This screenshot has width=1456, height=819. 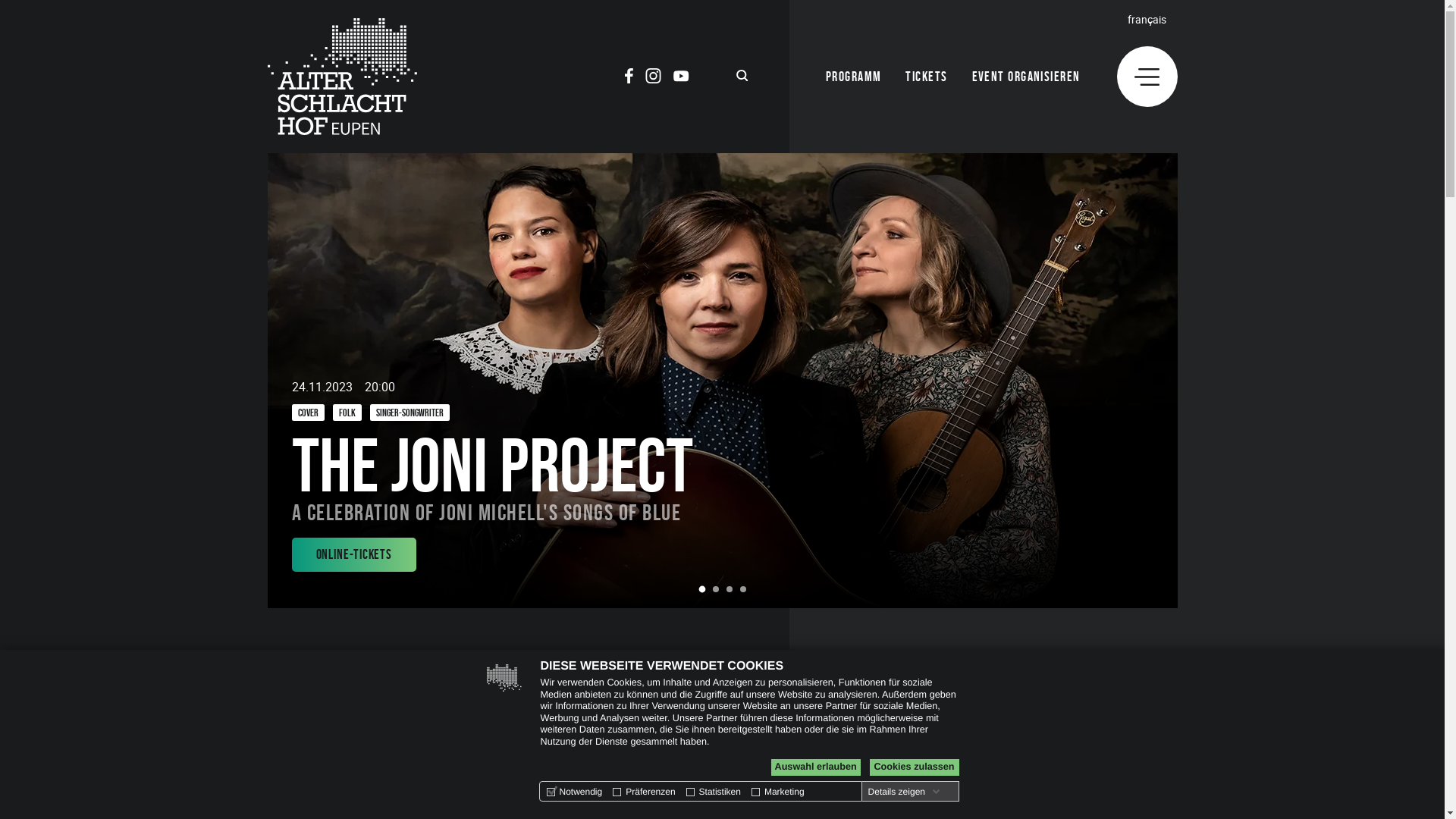 What do you see at coordinates (925, 77) in the screenshot?
I see `'TICKETS'` at bounding box center [925, 77].